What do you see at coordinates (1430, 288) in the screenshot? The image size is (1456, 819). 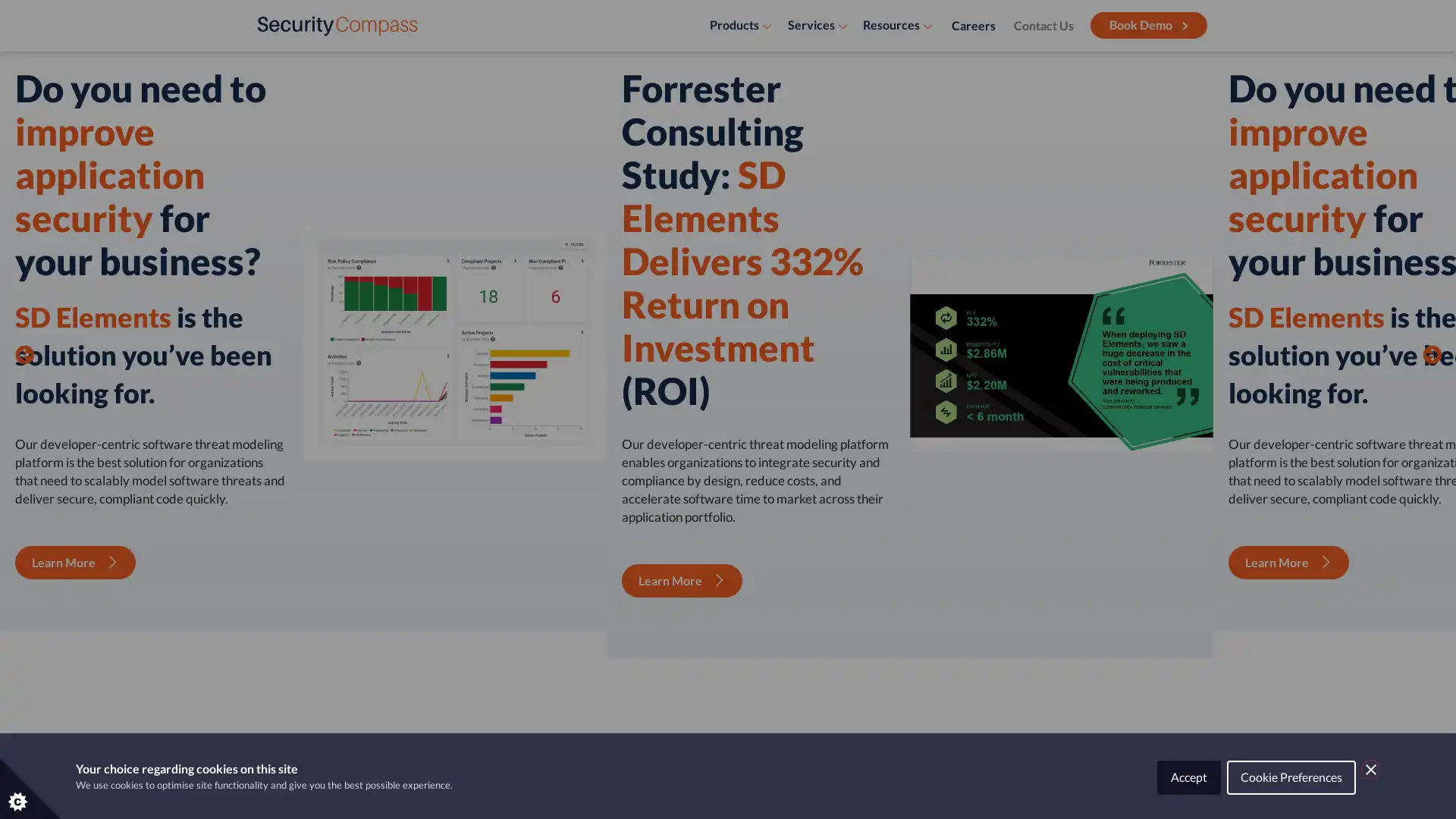 I see `Next` at bounding box center [1430, 288].